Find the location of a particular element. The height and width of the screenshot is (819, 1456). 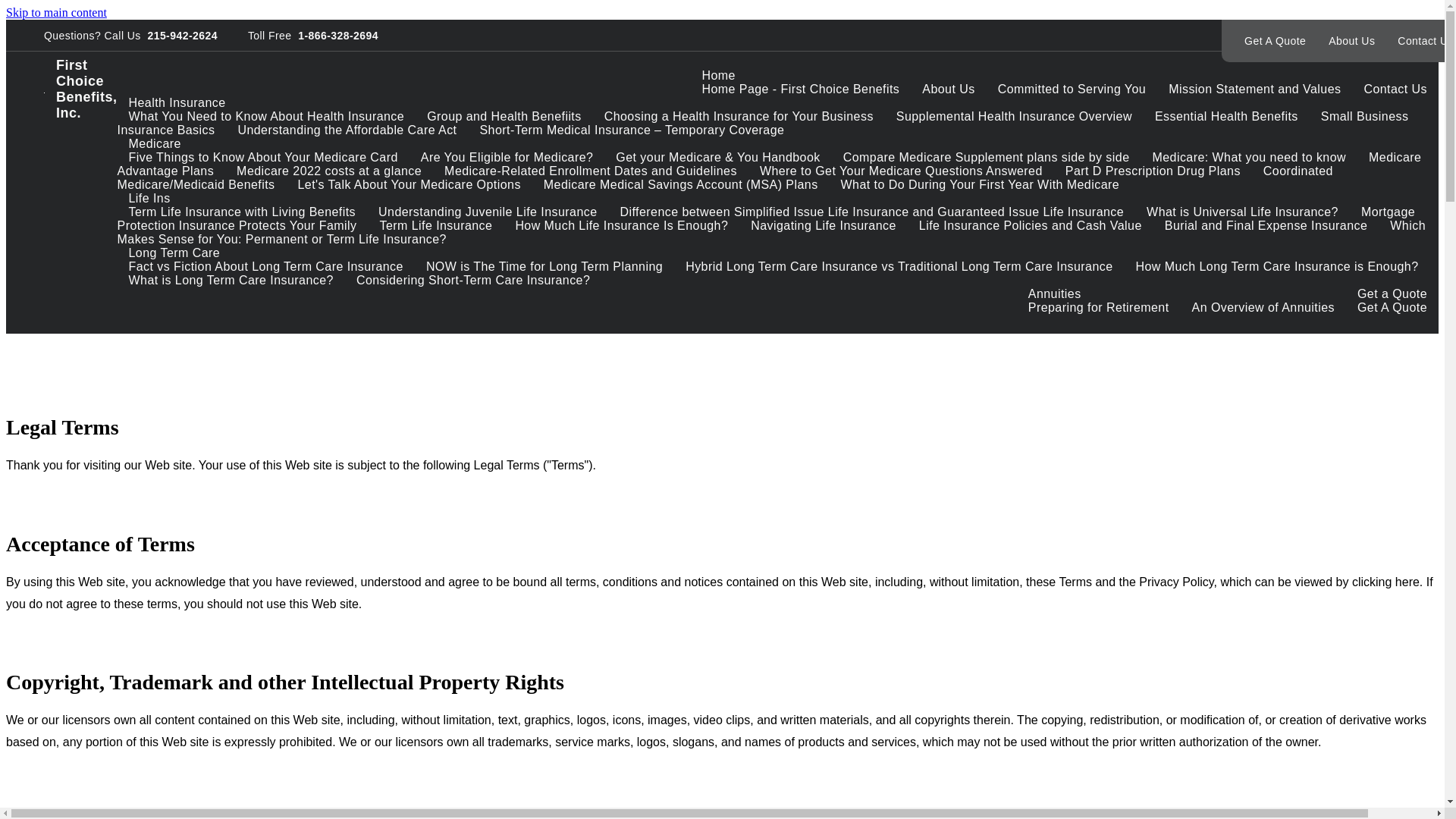

'Compare Medicare Supplement plans side by side' is located at coordinates (986, 157).